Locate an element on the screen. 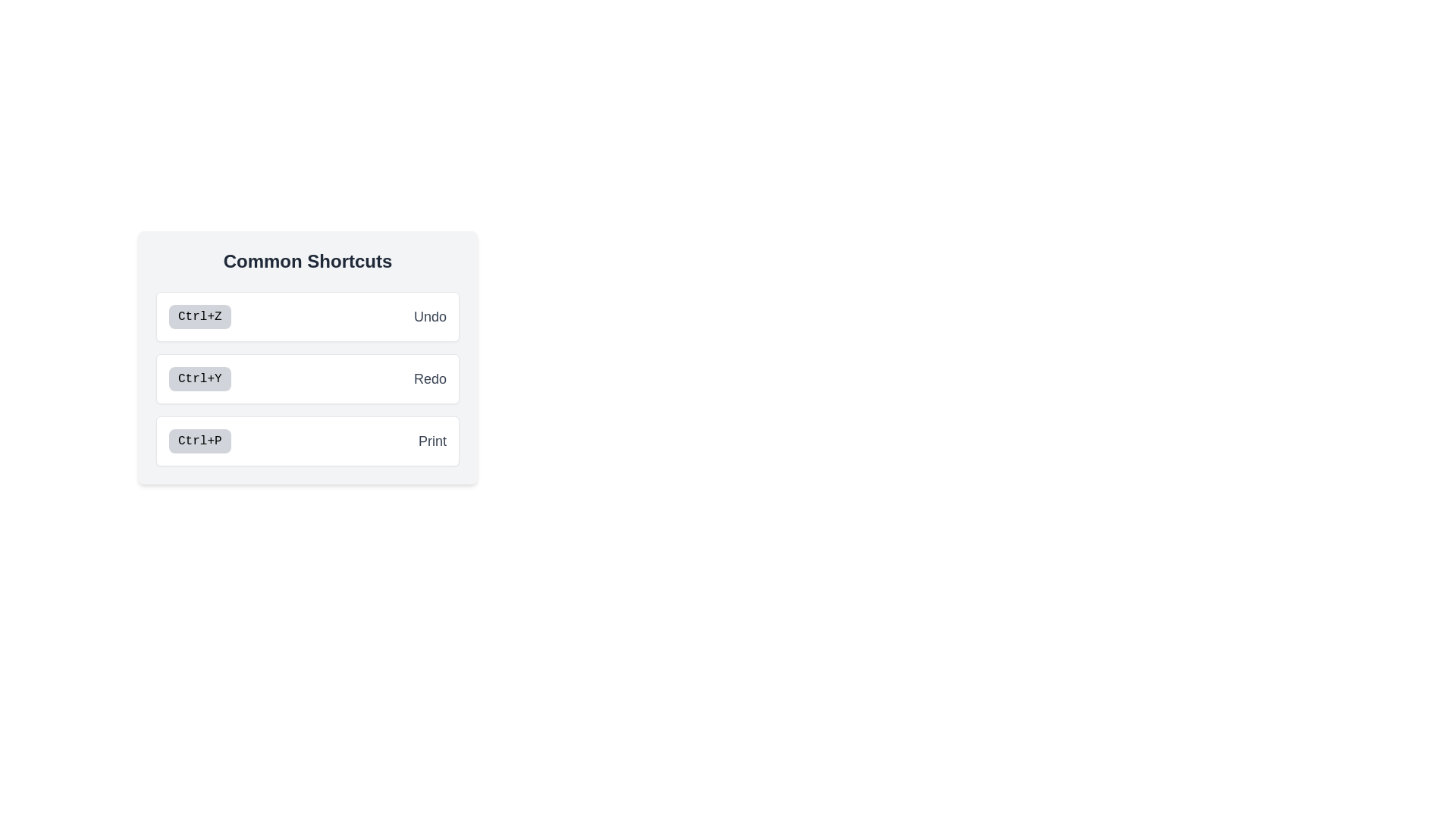 Image resolution: width=1456 pixels, height=819 pixels. the 'Ctrl+Y Redo' shortcut descriptor, which is the second item in the list of common shortcuts, located in the vertically centered frame labeled 'Common Shortcuts' is located at coordinates (307, 378).